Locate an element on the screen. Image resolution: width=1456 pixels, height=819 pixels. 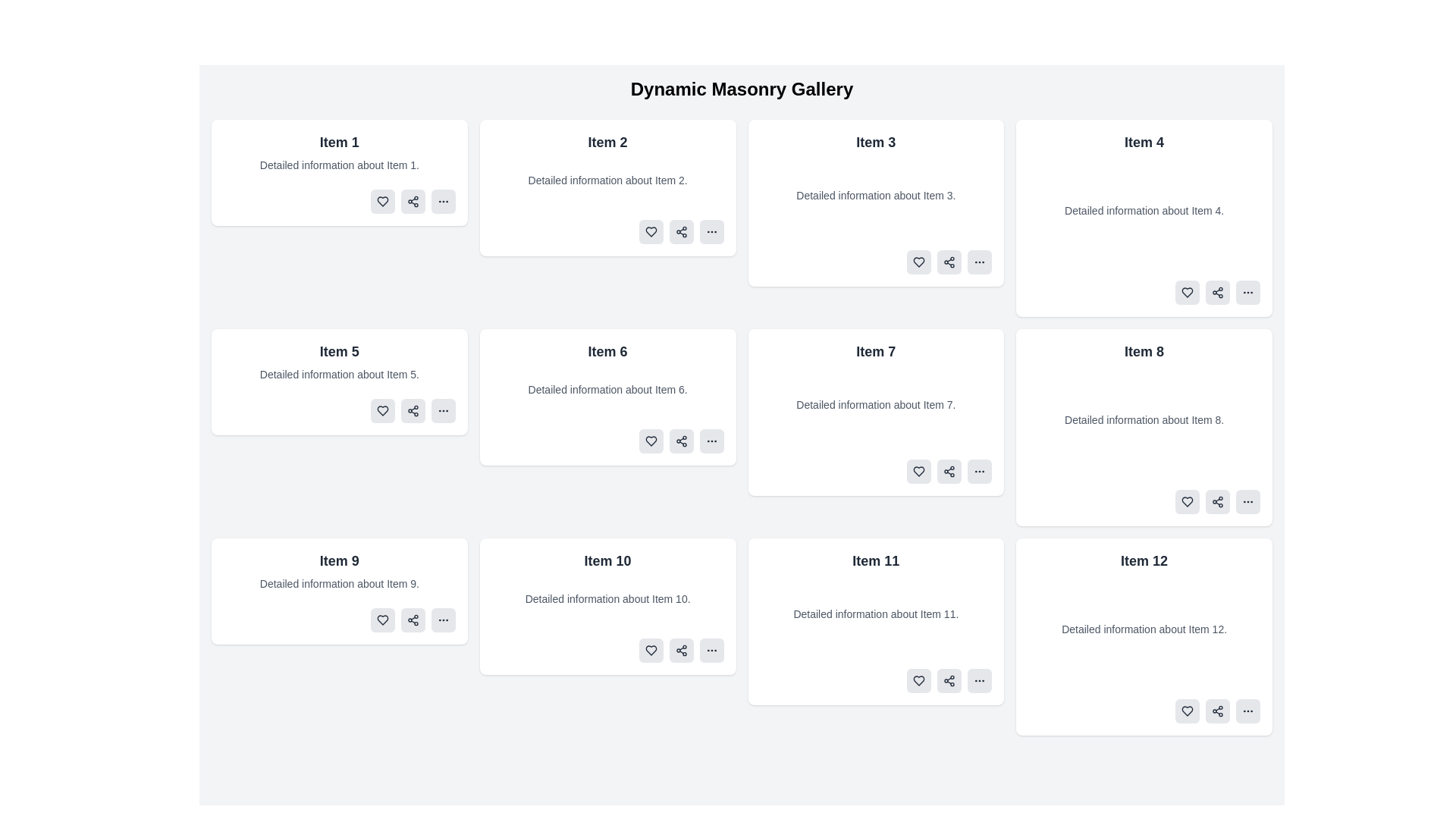
the heart-shaped icon located in the bottom-left corner of the 'Item 11' card is located at coordinates (918, 680).